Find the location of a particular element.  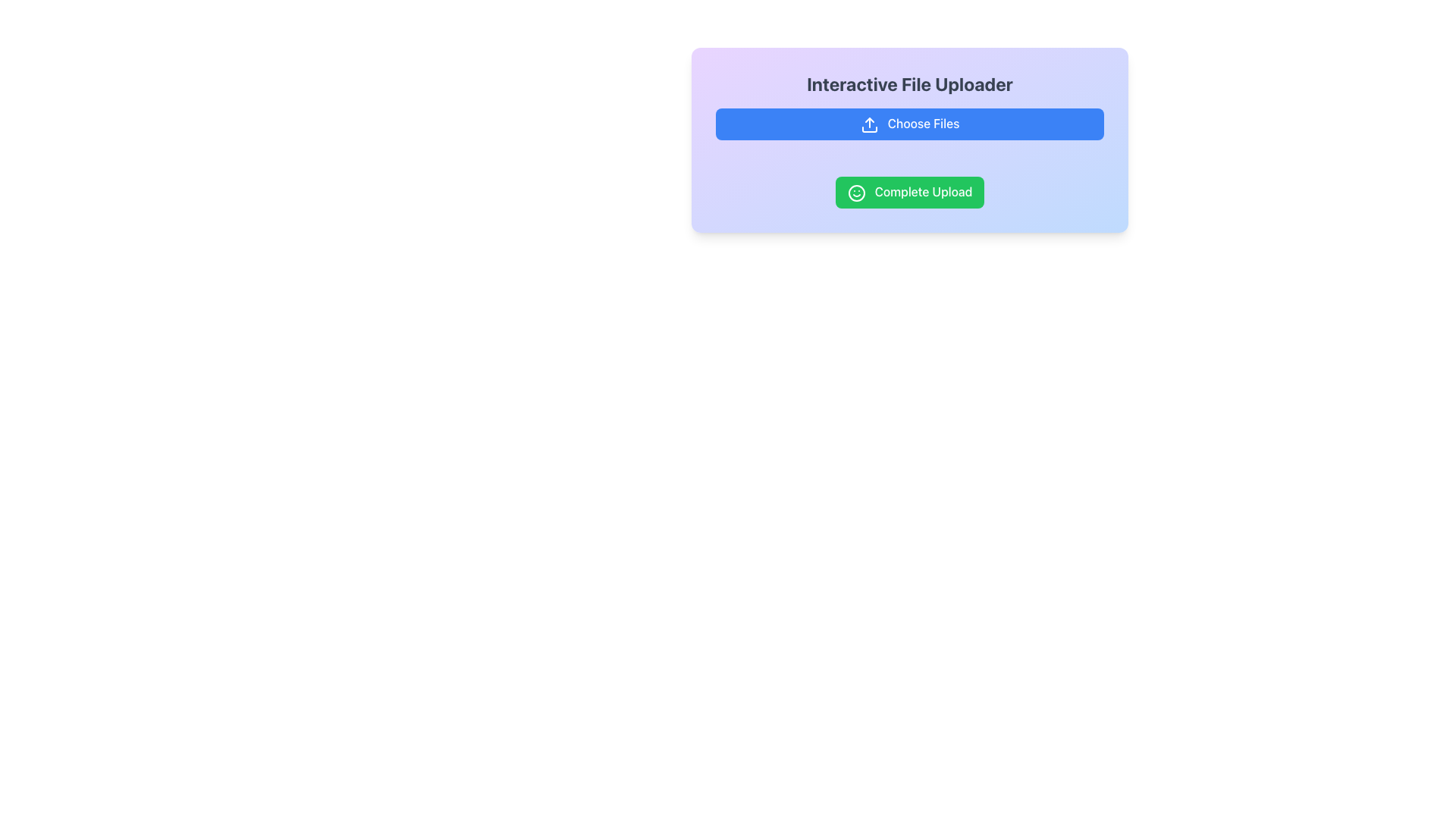

the 'Choose Files' button which contains the upload icon on its left side is located at coordinates (869, 124).